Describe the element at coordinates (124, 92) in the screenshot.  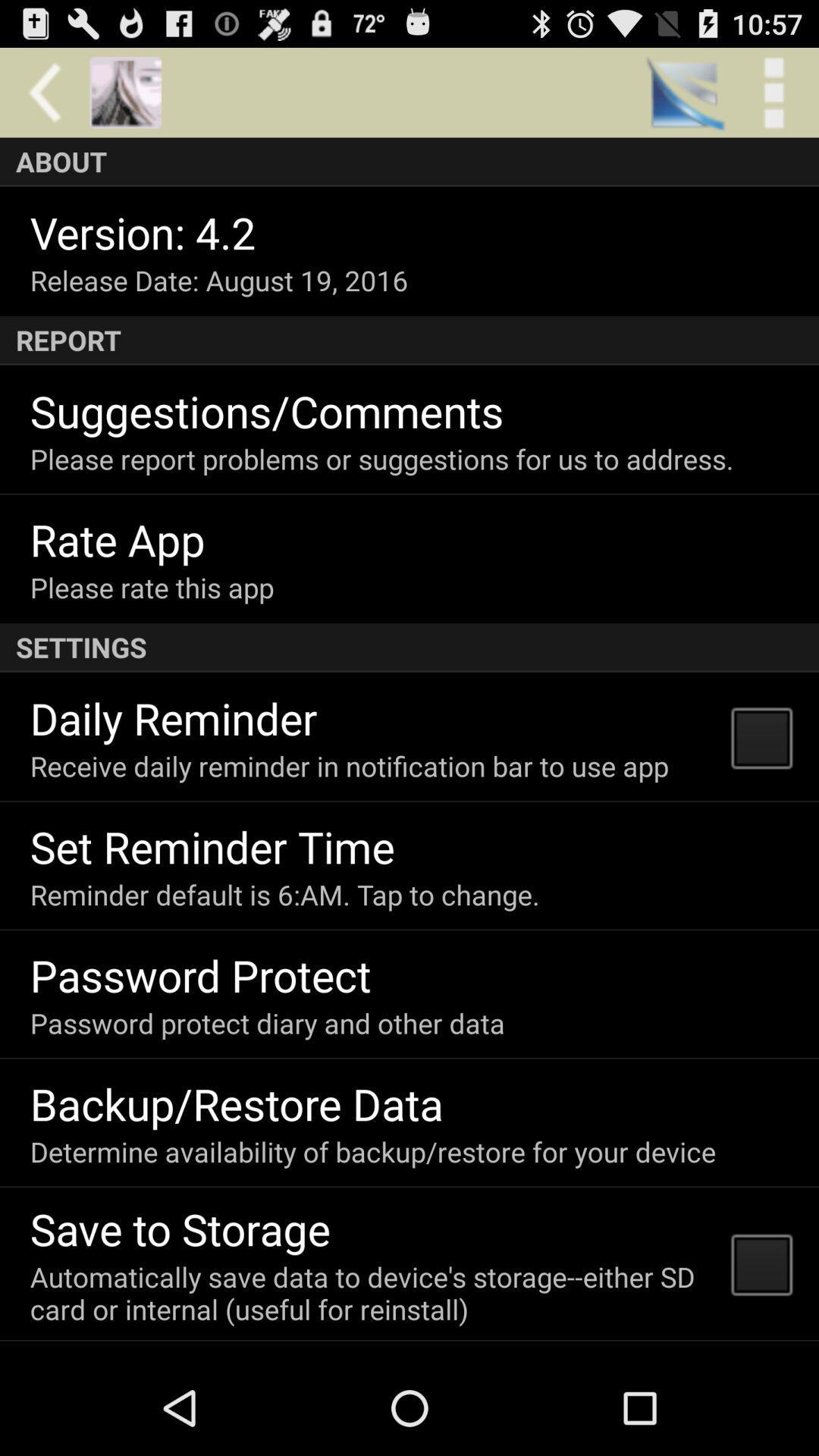
I see `item above about app` at that location.